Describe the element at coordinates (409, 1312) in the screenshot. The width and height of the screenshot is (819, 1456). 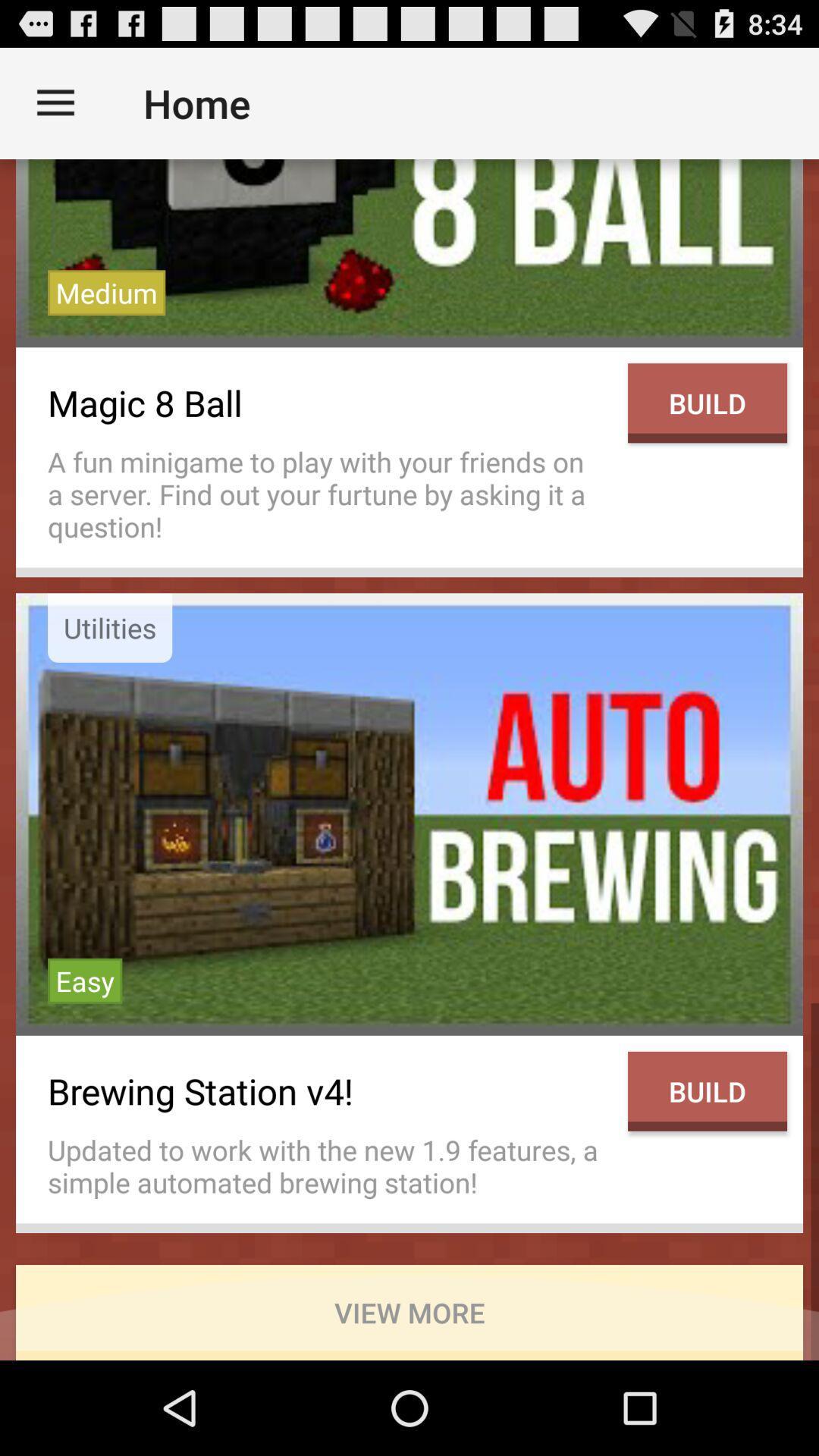
I see `the view more icon` at that location.